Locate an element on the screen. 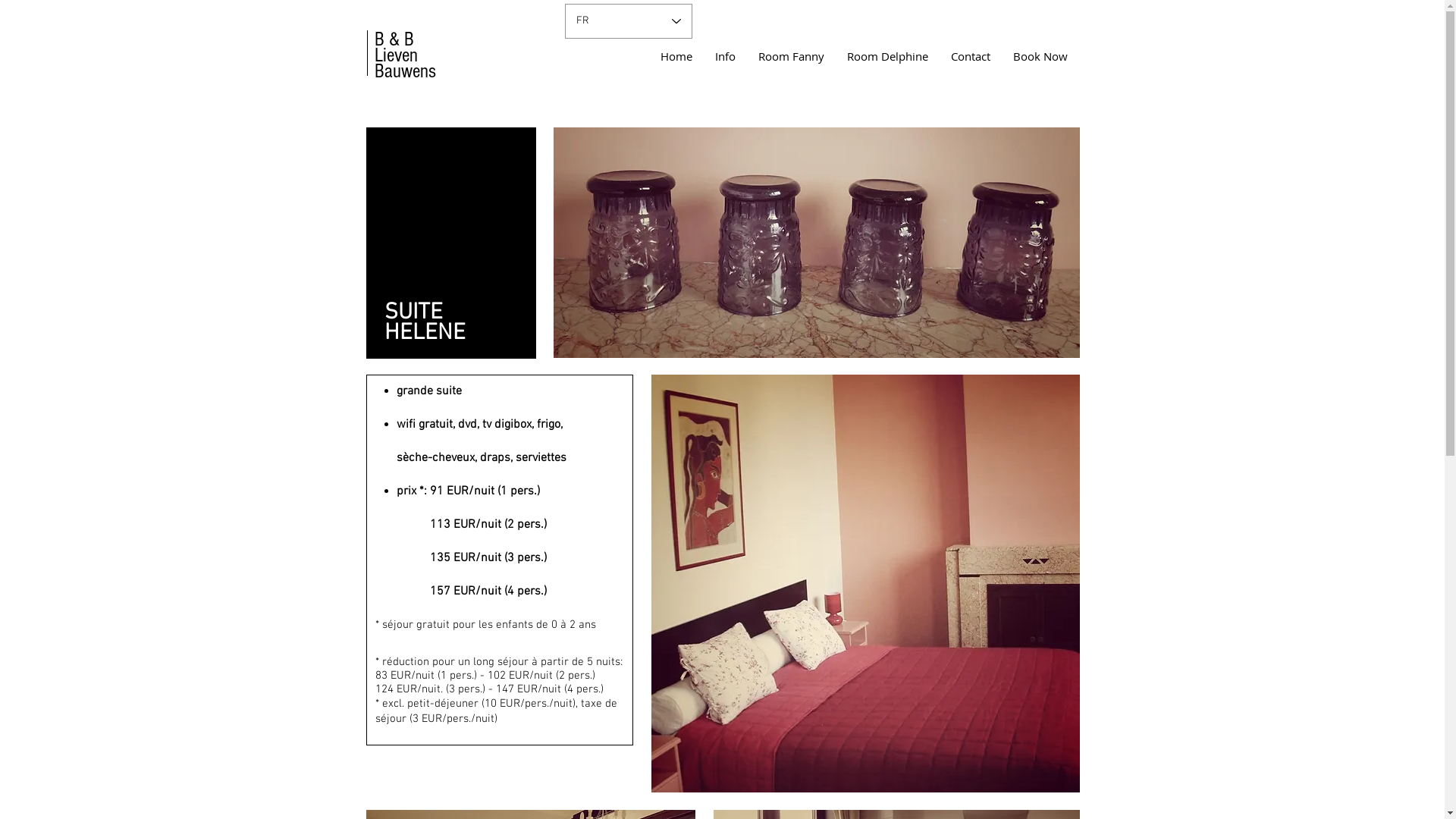 The width and height of the screenshot is (1456, 819). 'Room Delphine' is located at coordinates (887, 55).